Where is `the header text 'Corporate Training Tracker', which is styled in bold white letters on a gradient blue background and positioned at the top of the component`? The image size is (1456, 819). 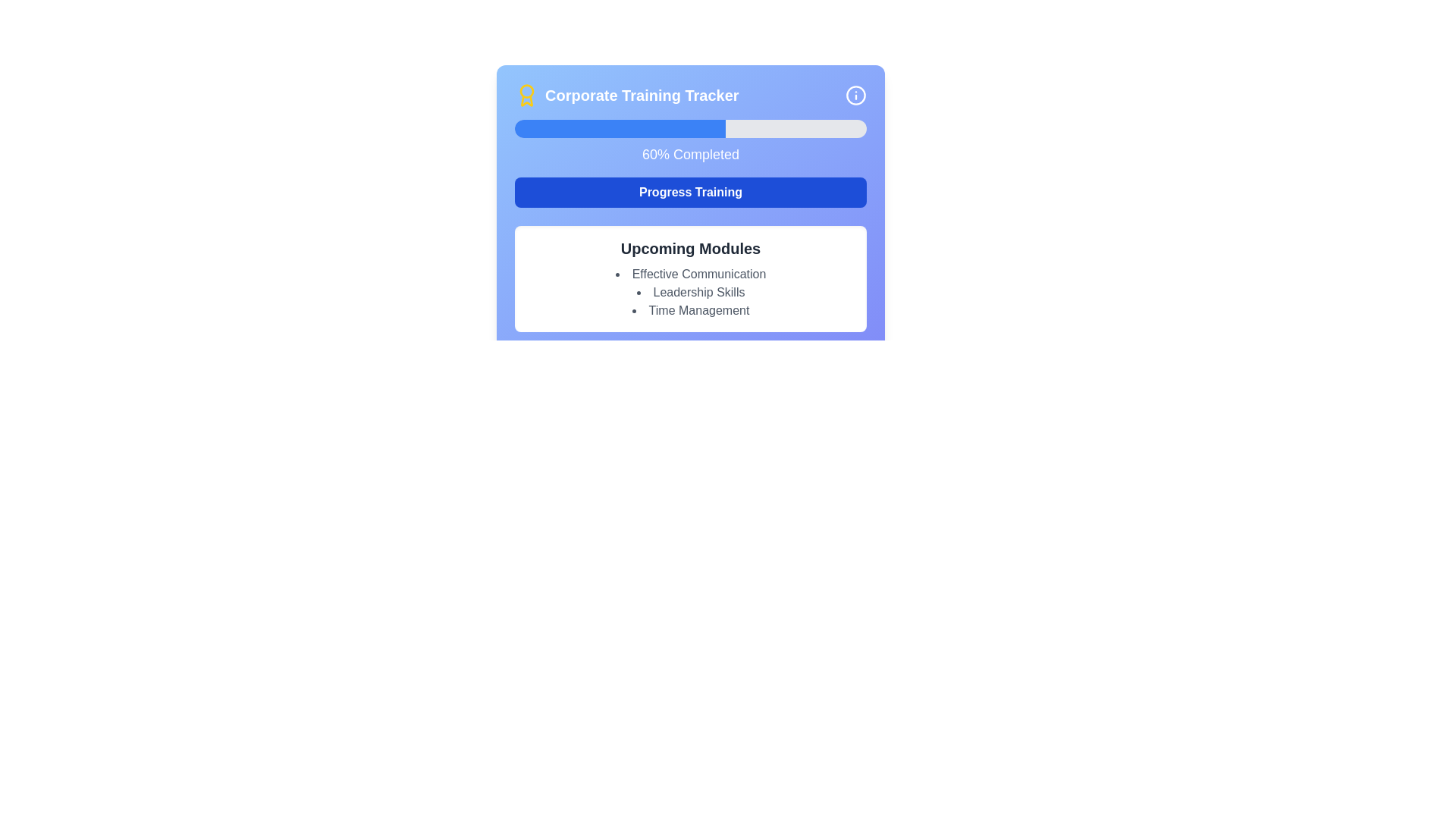
the header text 'Corporate Training Tracker', which is styled in bold white letters on a gradient blue background and positioned at the top of the component is located at coordinates (690, 96).